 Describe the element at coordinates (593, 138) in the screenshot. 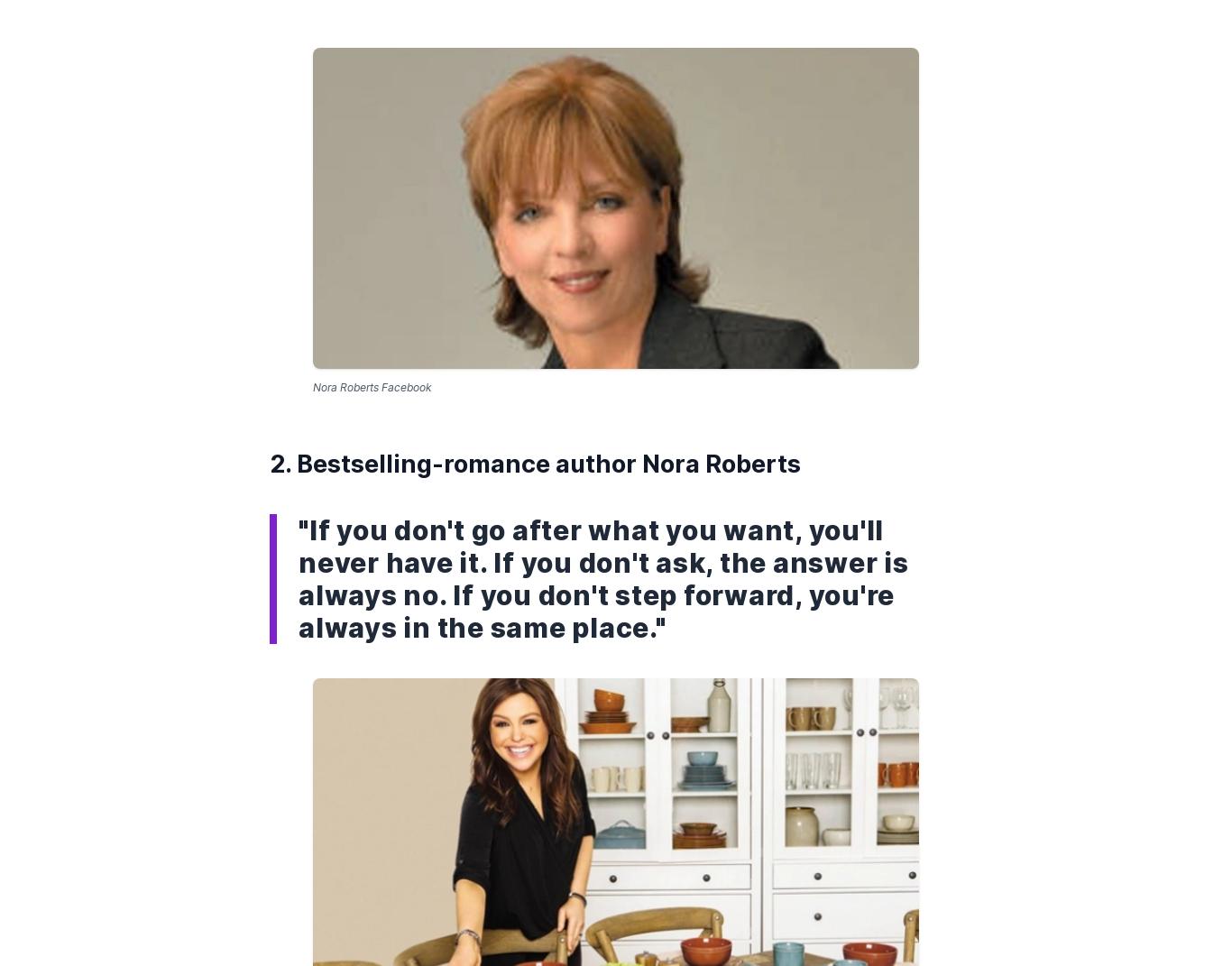

I see `'How to Stand Out to Both Investors and Customers When Launching a Startup'` at that location.